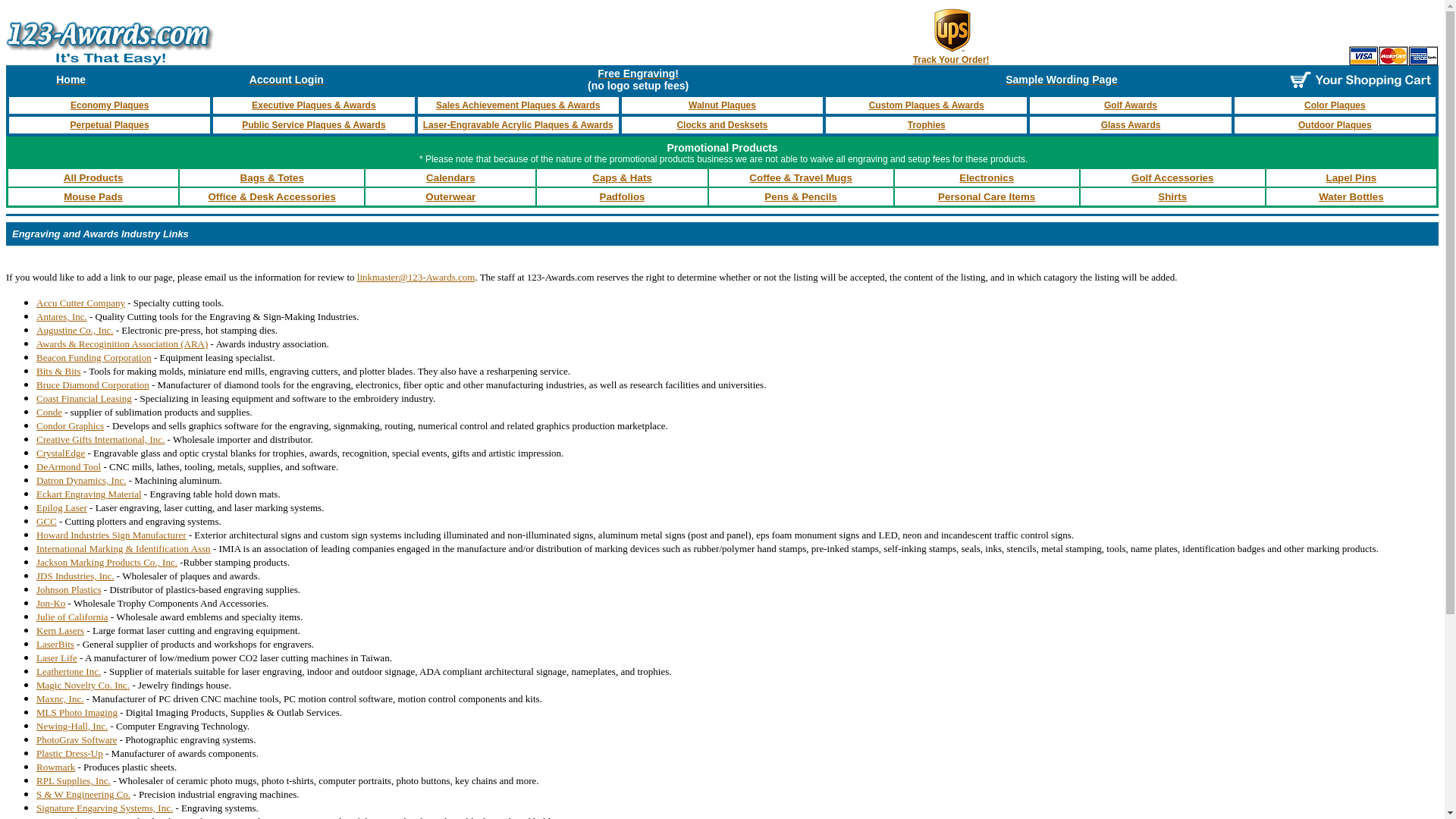 Image resolution: width=1456 pixels, height=819 pixels. What do you see at coordinates (69, 425) in the screenshot?
I see `'Condor Graphics'` at bounding box center [69, 425].